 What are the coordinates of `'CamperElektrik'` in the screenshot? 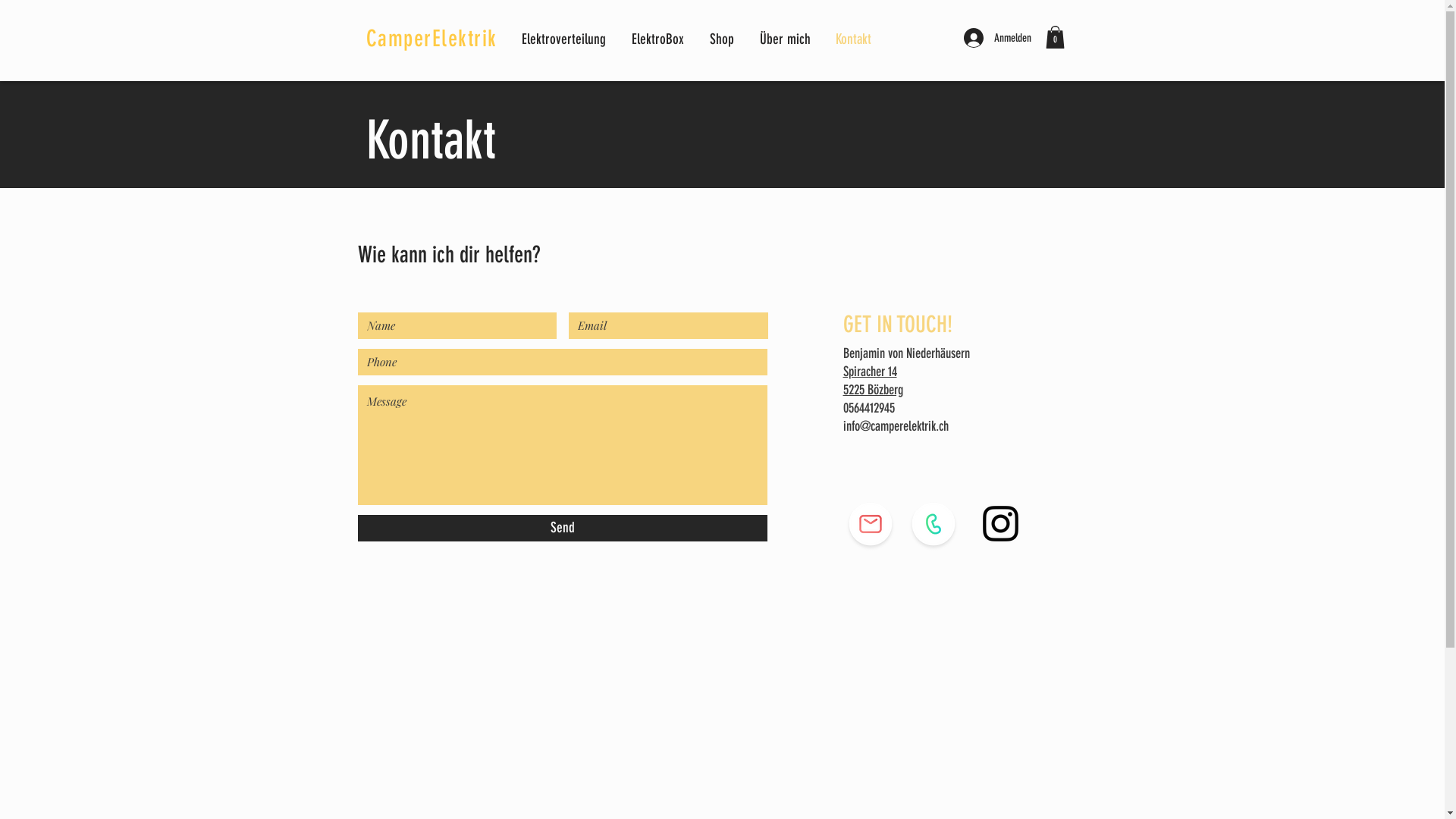 It's located at (430, 37).